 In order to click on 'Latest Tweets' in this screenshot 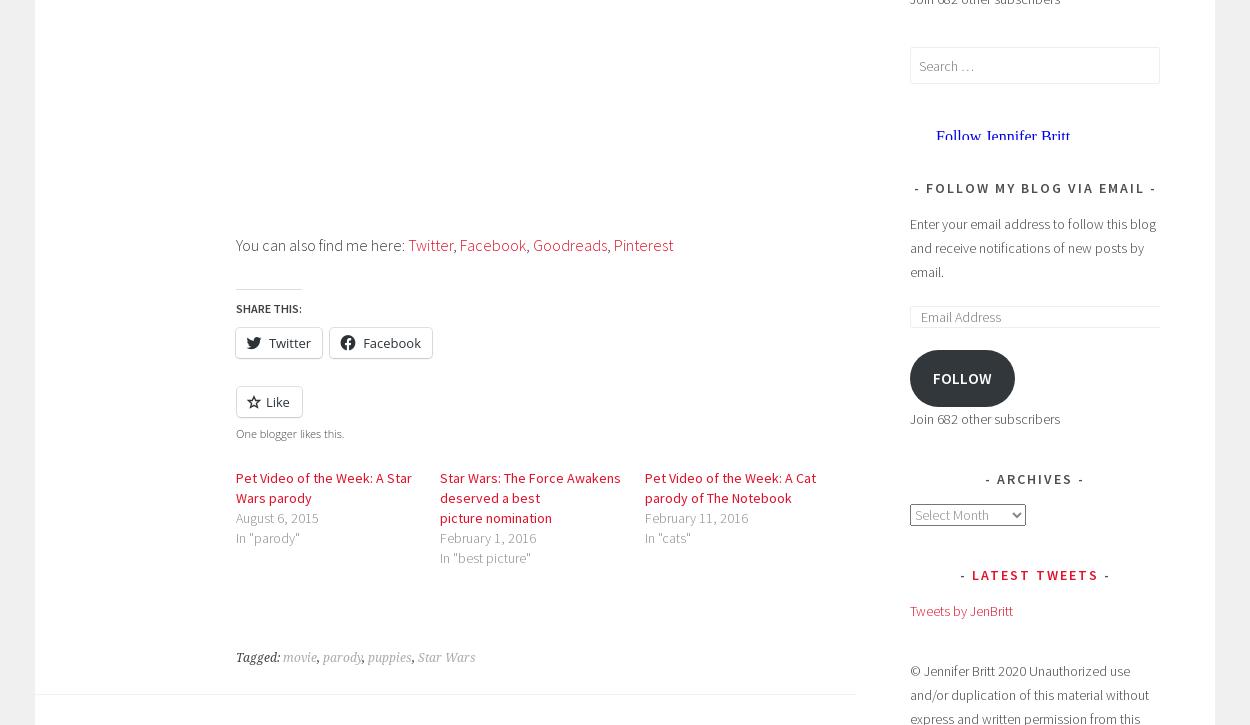, I will do `click(1034, 573)`.